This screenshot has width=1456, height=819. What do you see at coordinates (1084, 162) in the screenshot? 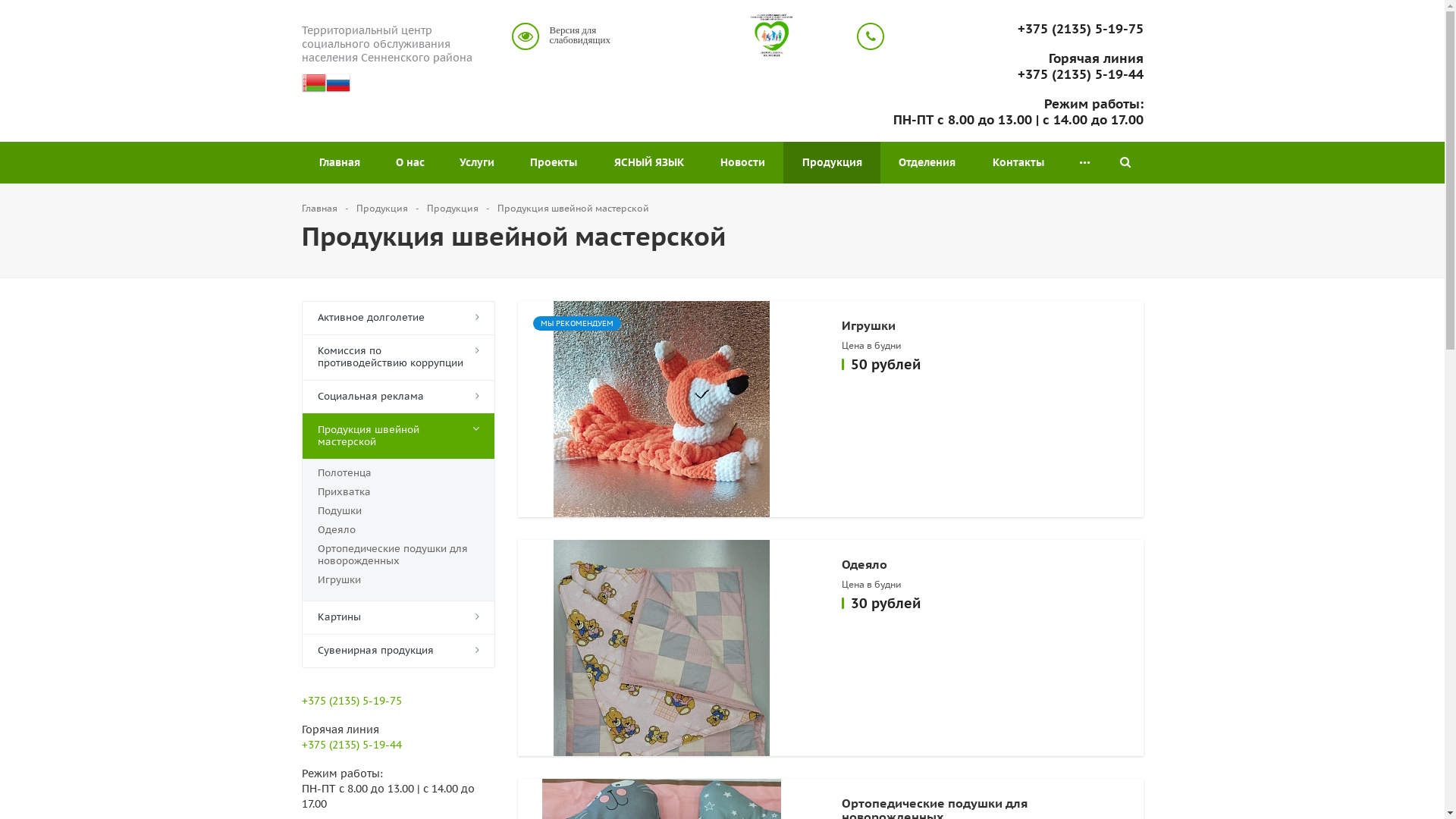
I see `'...'` at bounding box center [1084, 162].